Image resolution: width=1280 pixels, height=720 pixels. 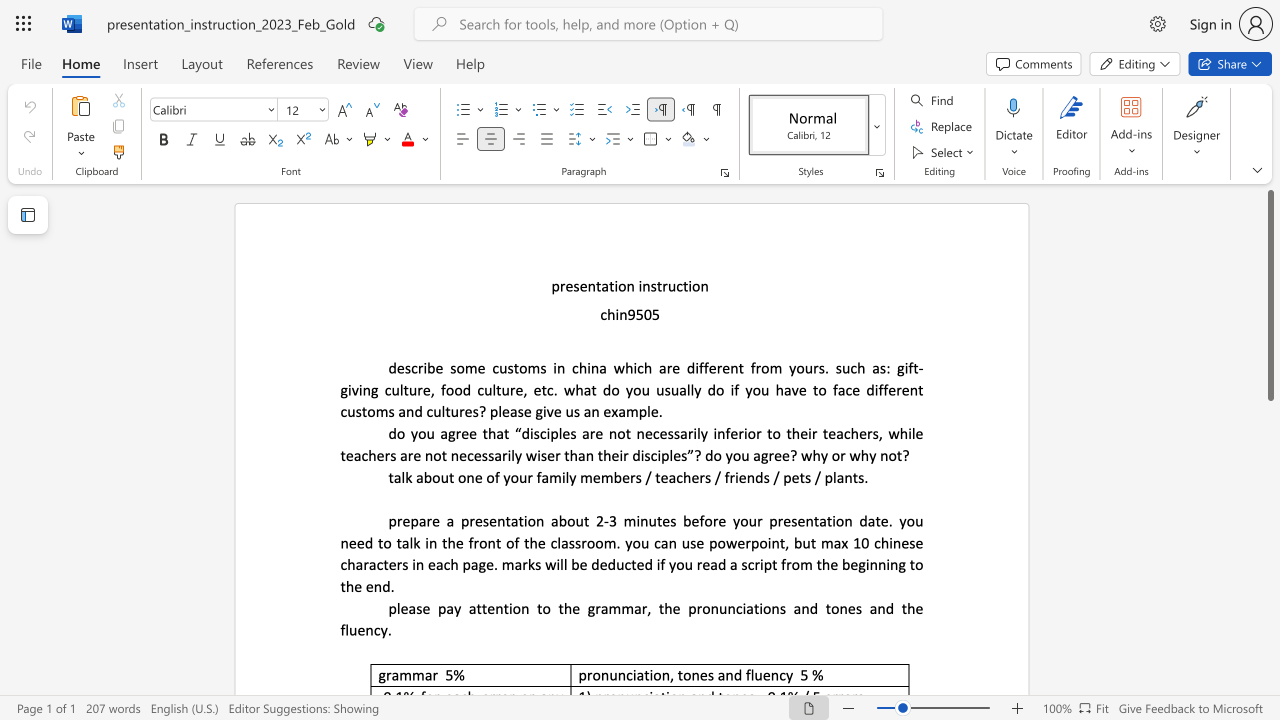 What do you see at coordinates (1269, 608) in the screenshot?
I see `the vertical scrollbar to lower the page content` at bounding box center [1269, 608].